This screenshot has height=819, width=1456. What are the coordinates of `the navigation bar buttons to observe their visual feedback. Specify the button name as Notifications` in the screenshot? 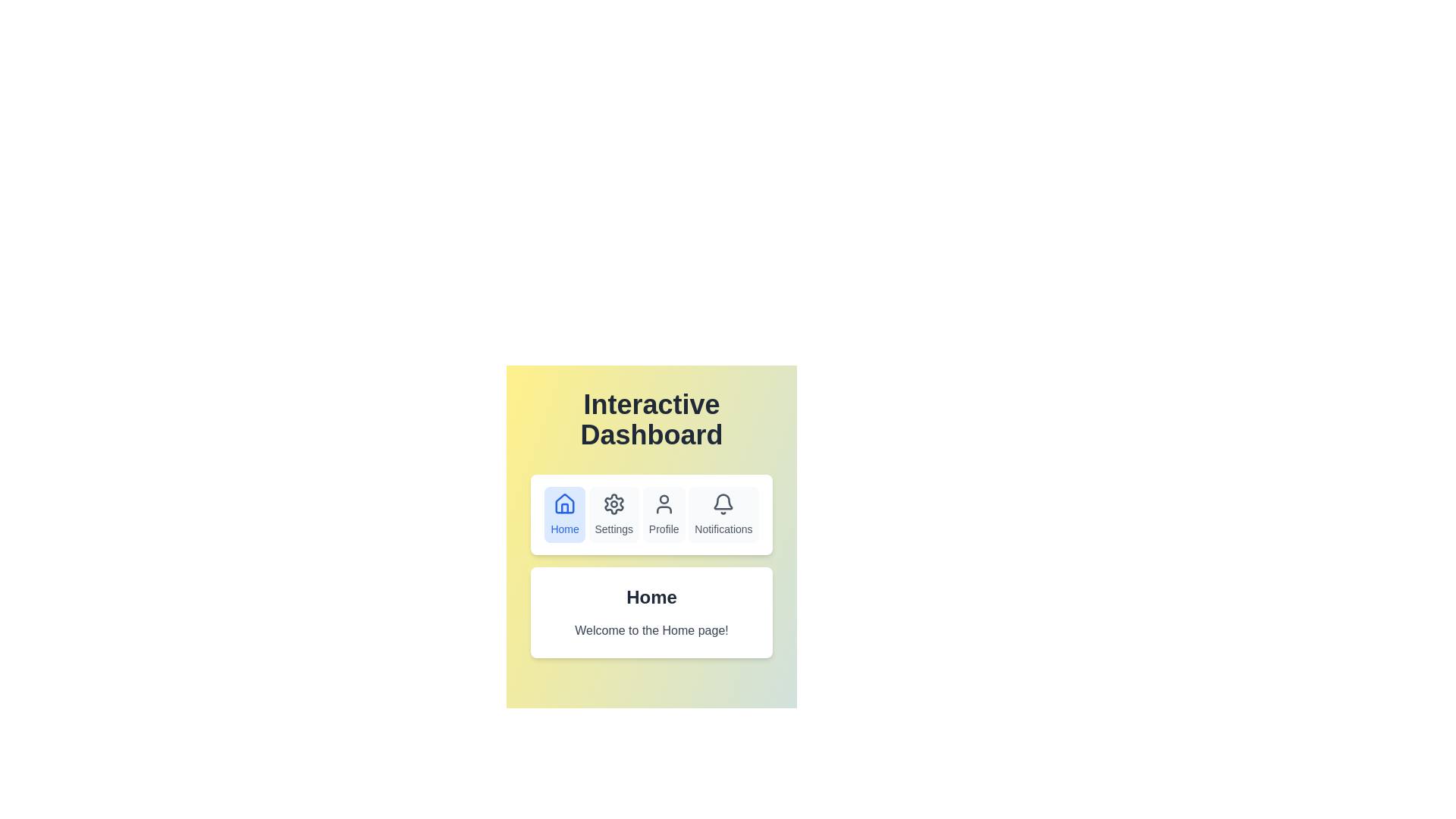 It's located at (723, 513).